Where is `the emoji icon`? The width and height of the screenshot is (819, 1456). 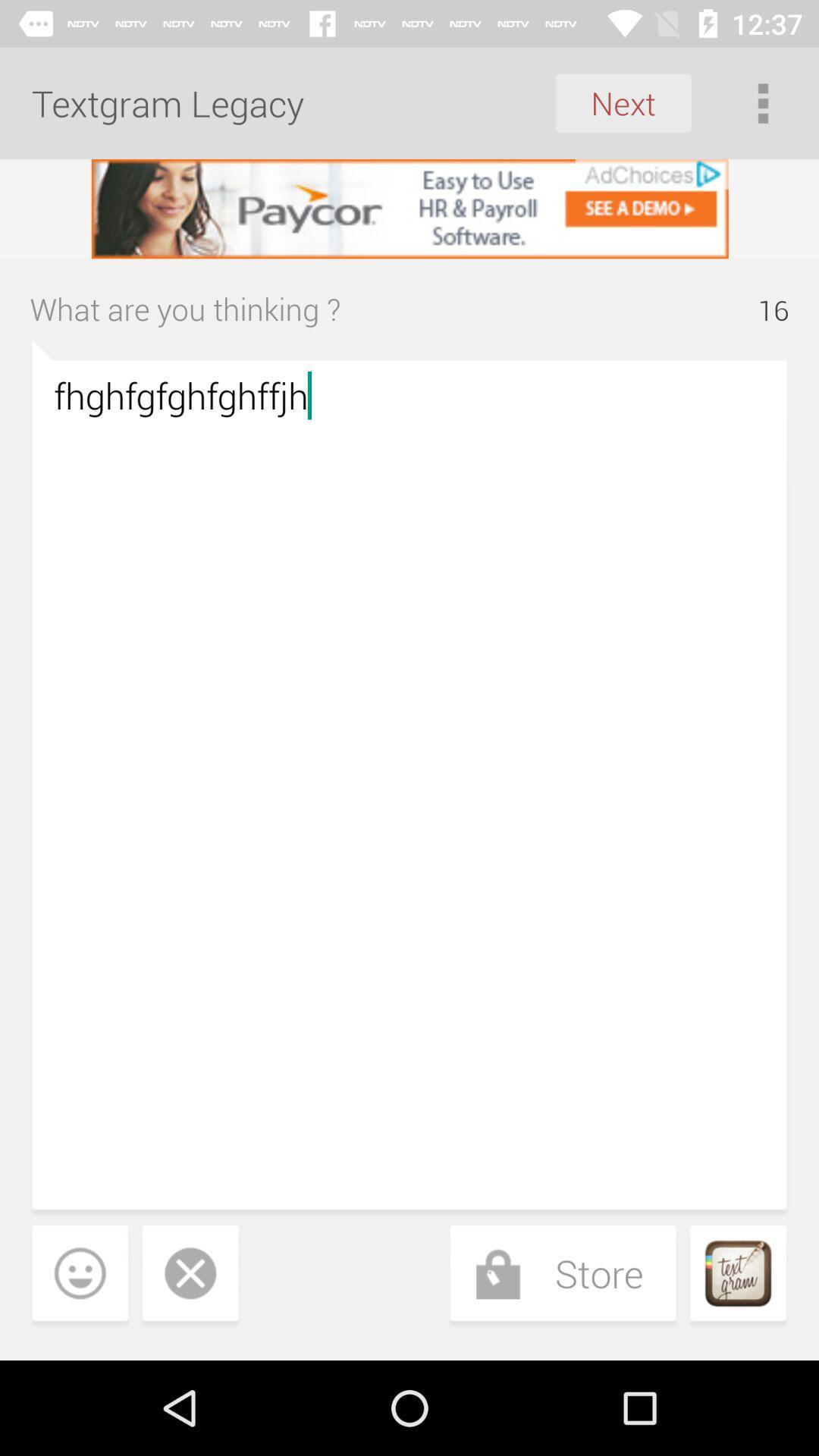 the emoji icon is located at coordinates (80, 1276).